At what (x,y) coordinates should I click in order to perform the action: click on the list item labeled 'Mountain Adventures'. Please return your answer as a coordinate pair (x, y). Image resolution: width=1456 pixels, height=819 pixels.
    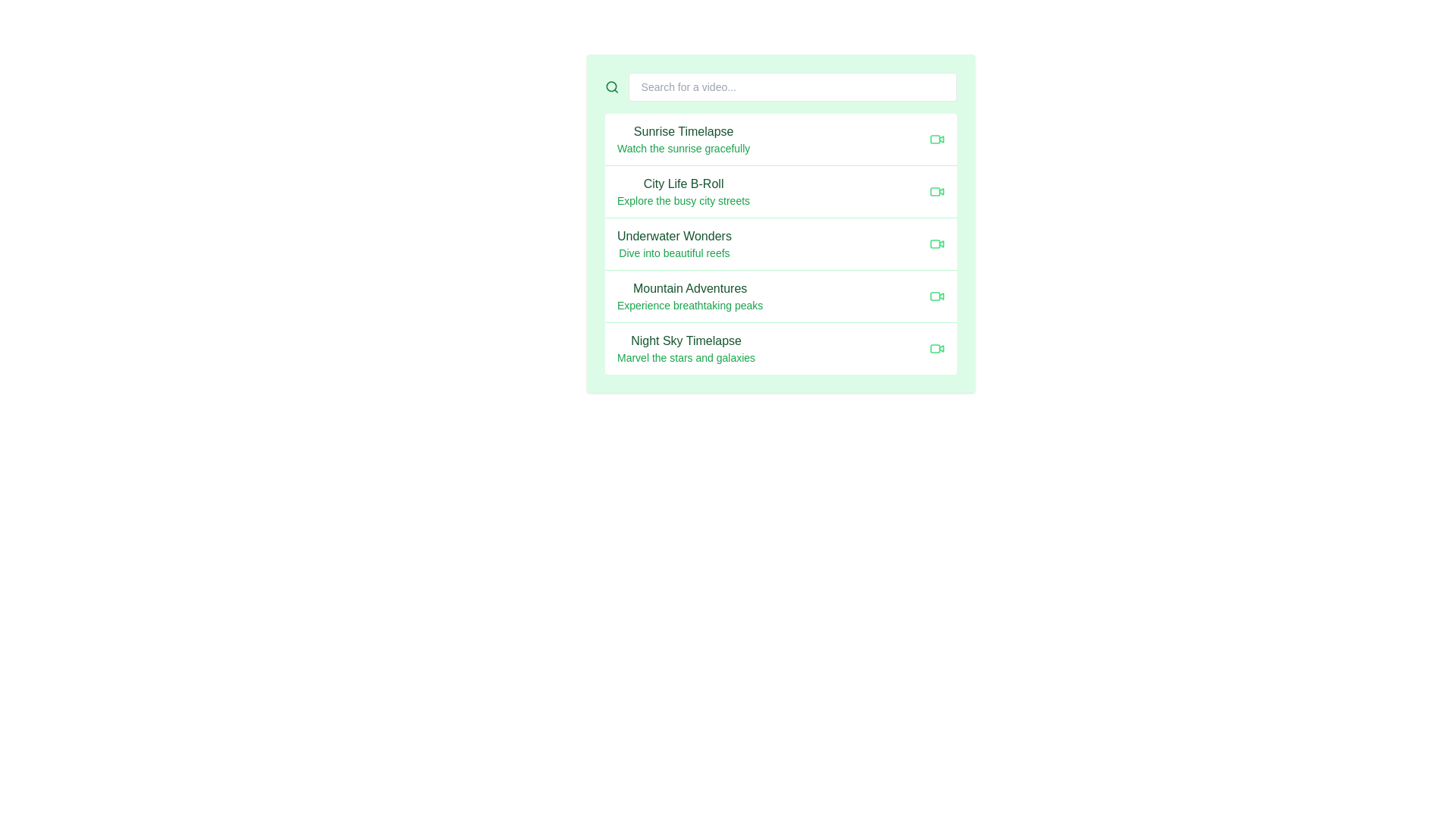
    Looking at the image, I should click on (689, 296).